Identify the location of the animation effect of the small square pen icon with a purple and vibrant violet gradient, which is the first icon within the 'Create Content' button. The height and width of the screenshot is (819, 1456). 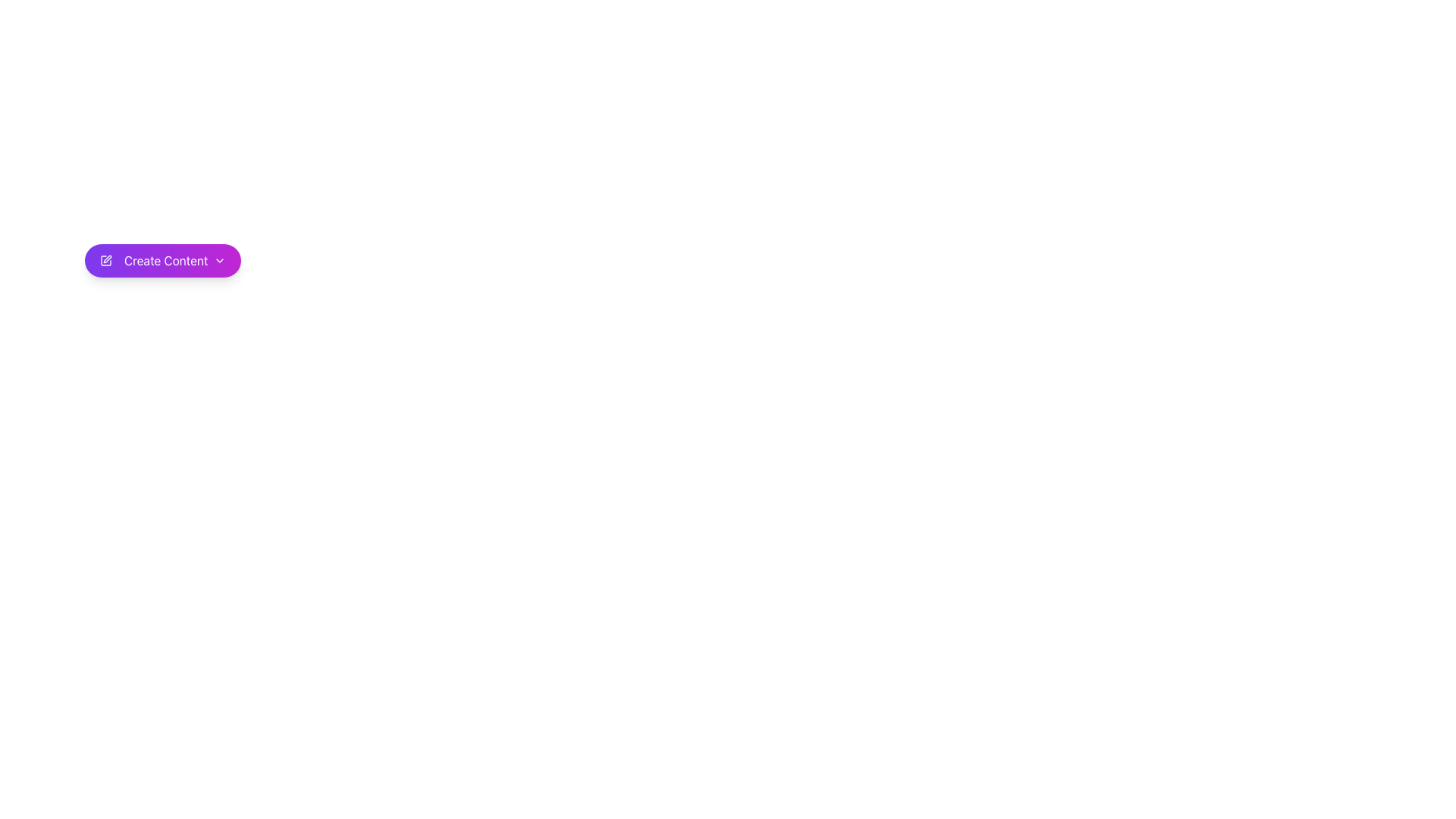
(105, 259).